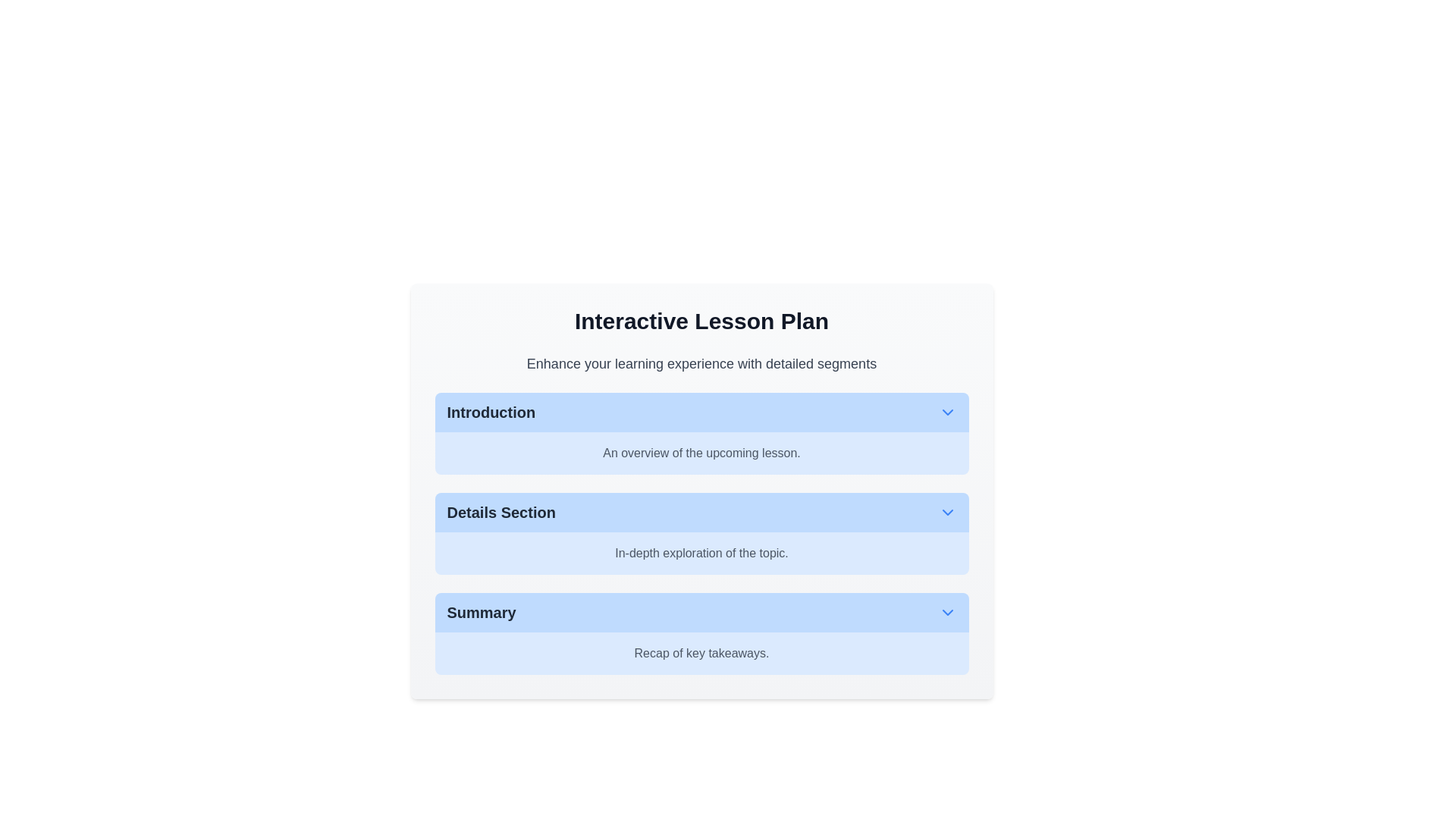  I want to click on the toggle icon located on the far right side of the 'Introduction' section header, so click(946, 412).